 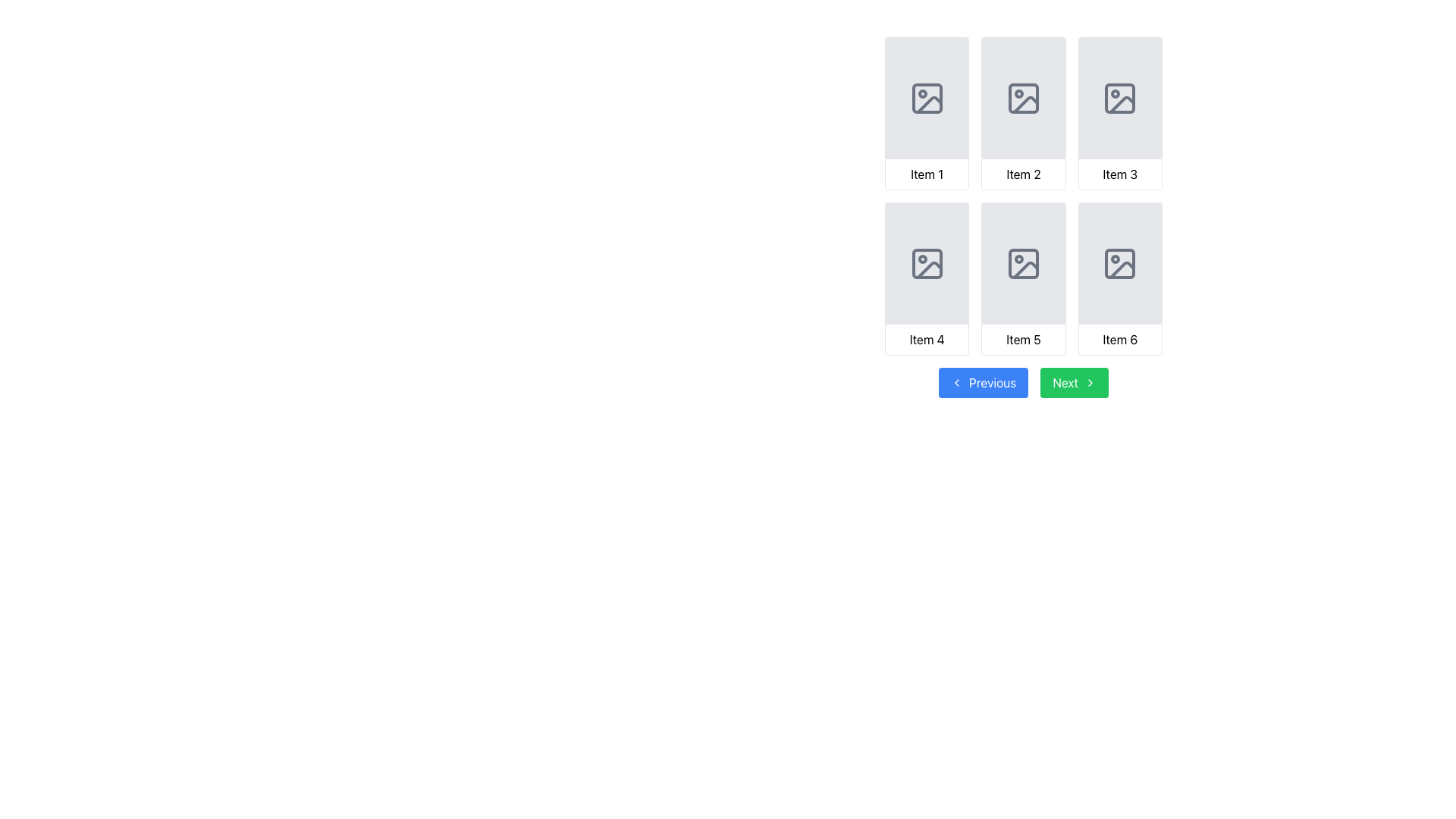 What do you see at coordinates (983, 382) in the screenshot?
I see `the 'Previous' button located to the left of the 'Next' button in the paginated interface` at bounding box center [983, 382].